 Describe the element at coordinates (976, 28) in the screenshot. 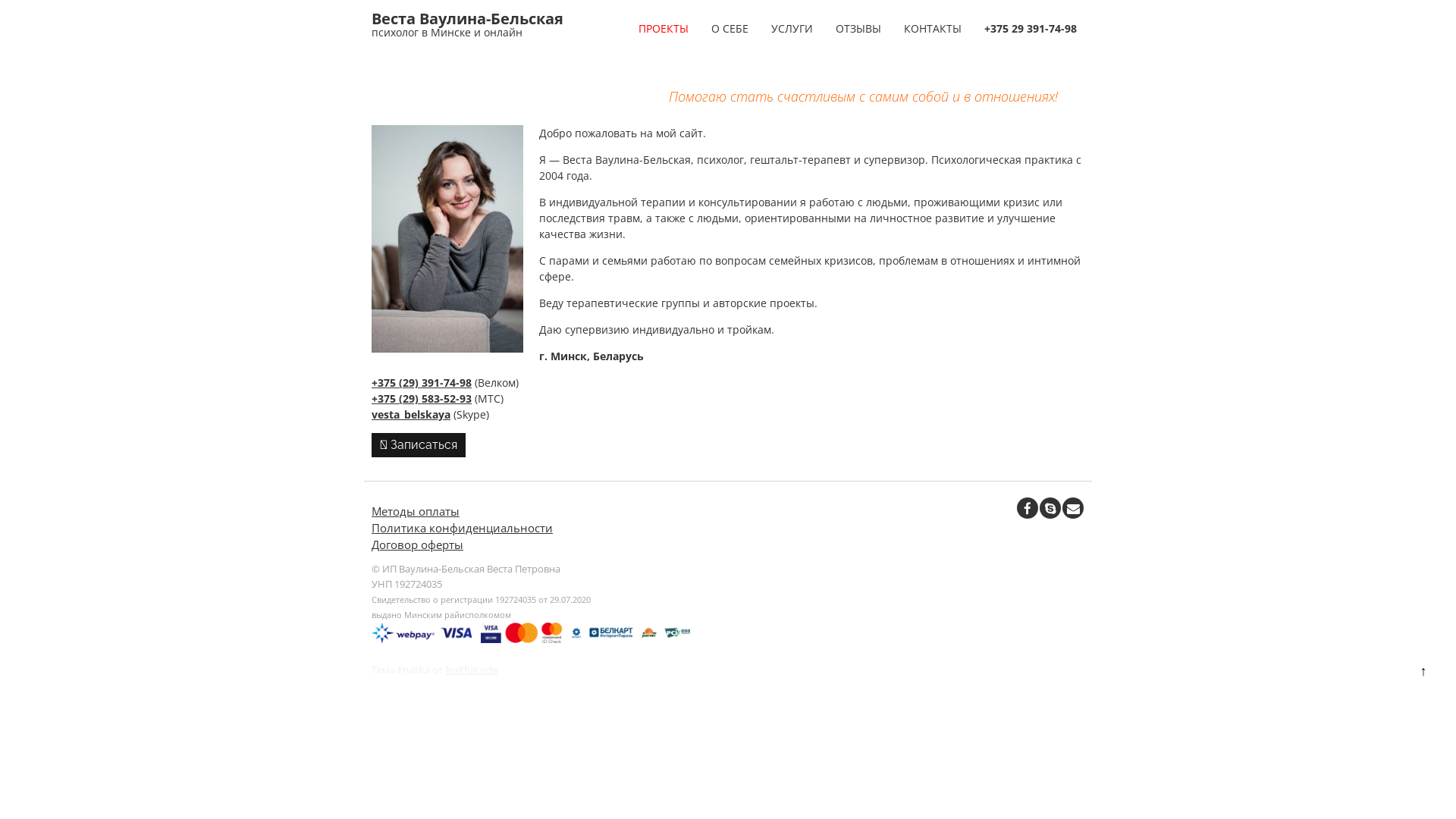

I see `'+375 29 391-74-98'` at that location.